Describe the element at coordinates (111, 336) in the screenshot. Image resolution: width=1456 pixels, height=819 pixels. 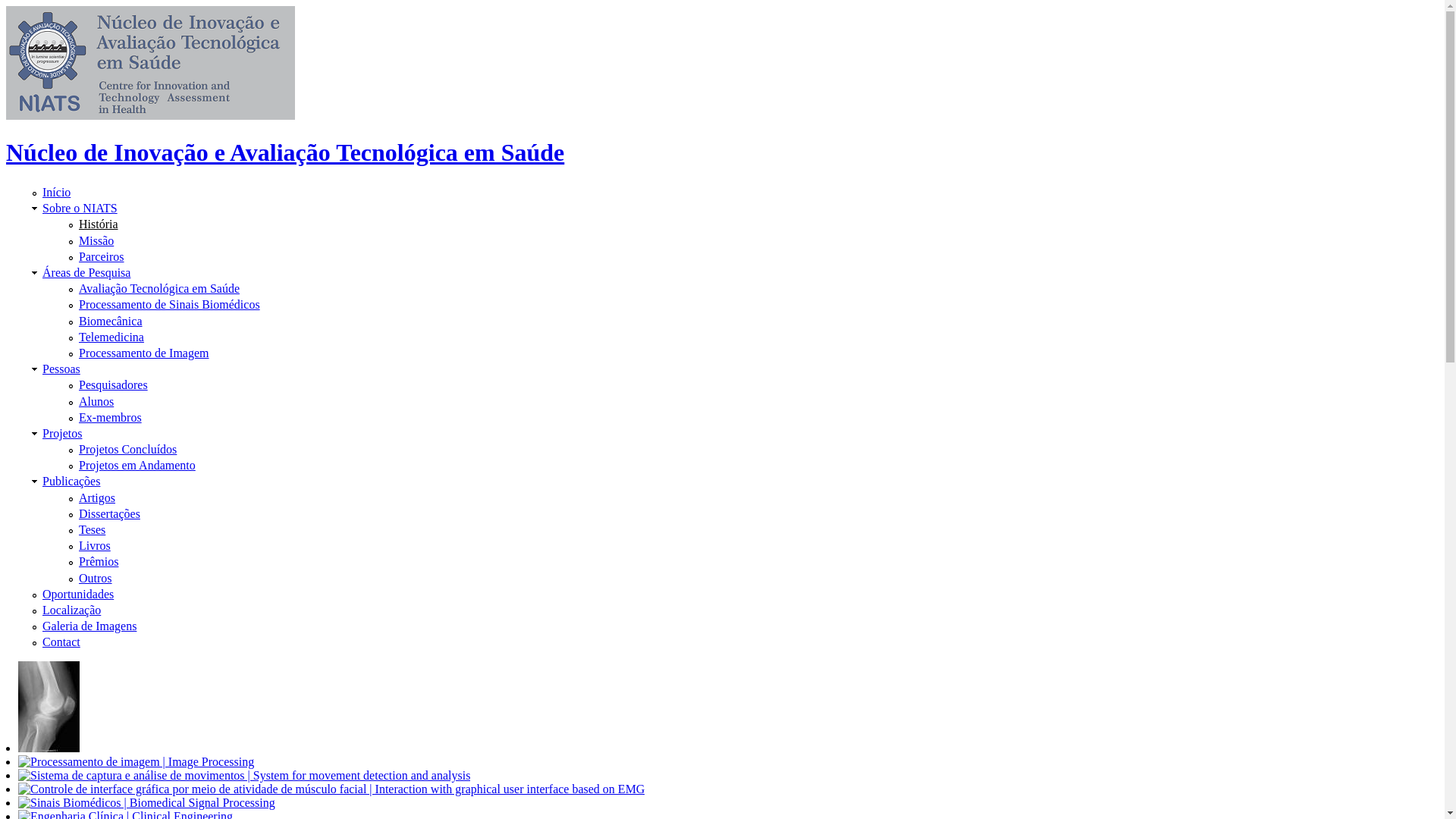
I see `'Telemedicina'` at that location.